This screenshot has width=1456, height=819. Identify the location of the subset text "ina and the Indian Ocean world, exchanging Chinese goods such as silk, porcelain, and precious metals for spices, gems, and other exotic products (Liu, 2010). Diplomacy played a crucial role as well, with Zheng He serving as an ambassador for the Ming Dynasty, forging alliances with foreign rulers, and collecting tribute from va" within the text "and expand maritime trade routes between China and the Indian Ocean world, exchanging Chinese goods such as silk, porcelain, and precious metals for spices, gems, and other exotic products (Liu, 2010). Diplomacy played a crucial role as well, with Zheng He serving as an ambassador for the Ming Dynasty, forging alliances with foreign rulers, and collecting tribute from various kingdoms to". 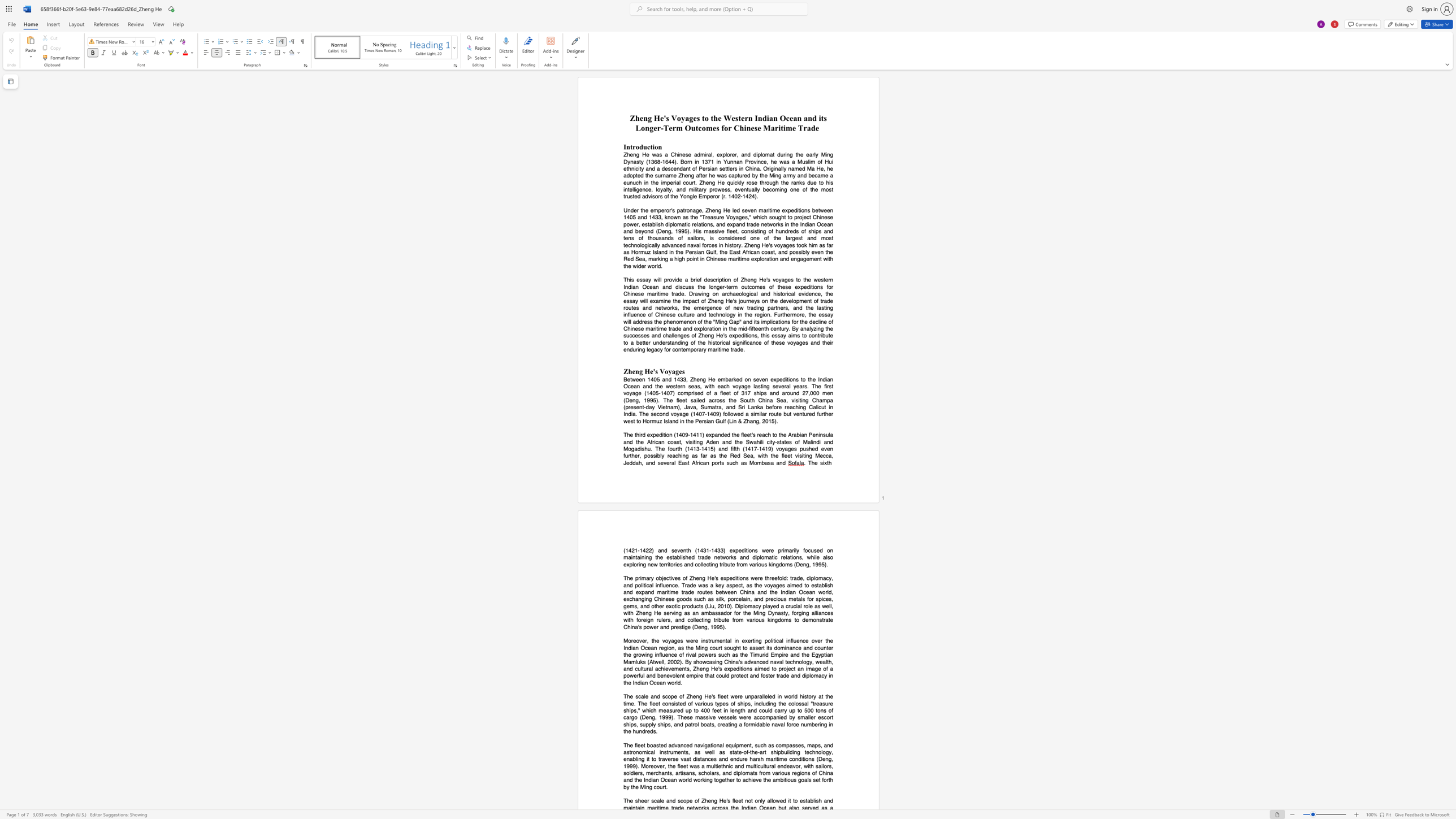
(747, 592).